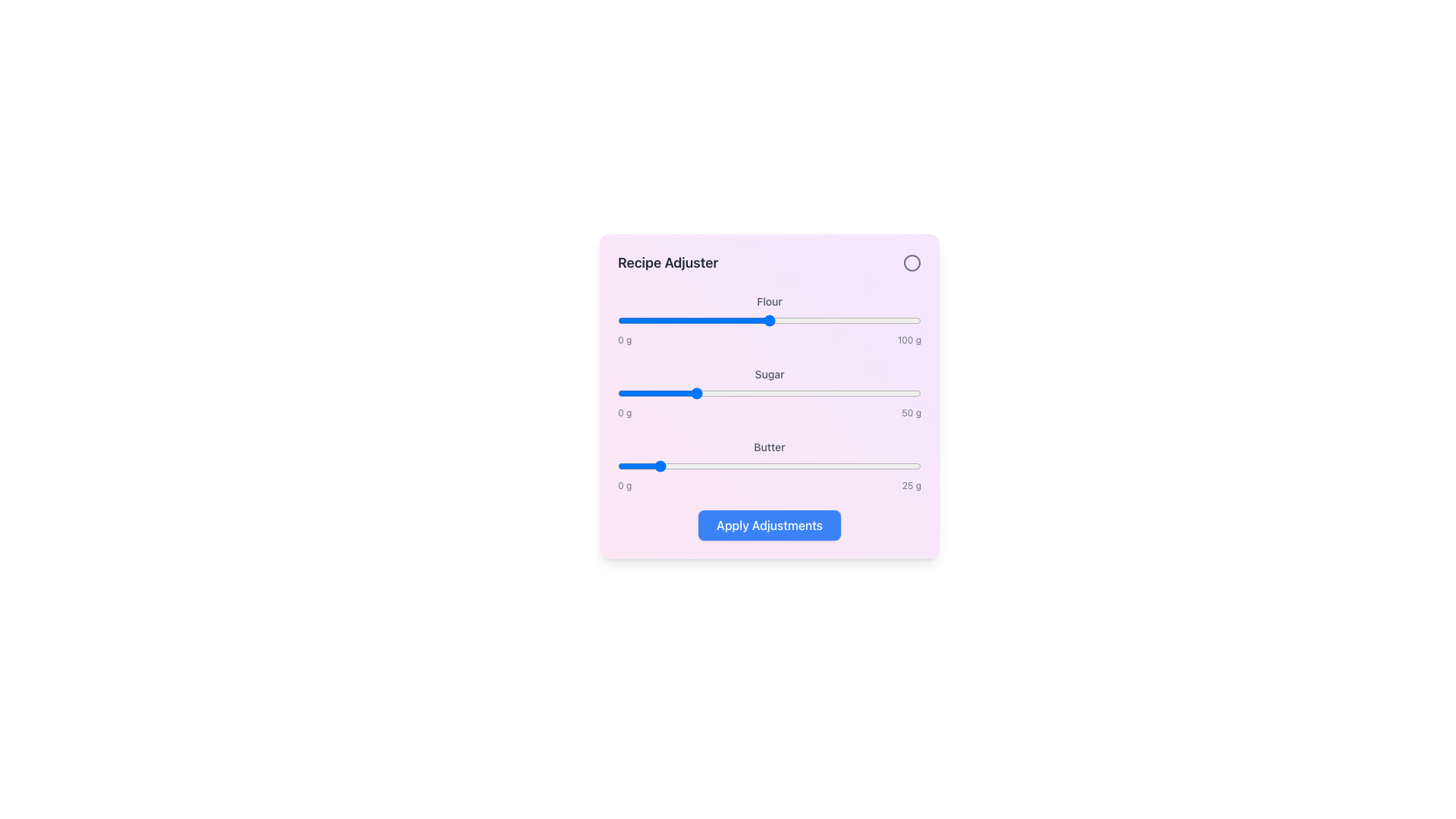 This screenshot has height=819, width=1456. I want to click on the text label displaying '25 g', styled in gray font, located at the right end of the 'Butter' slider component, so click(911, 485).